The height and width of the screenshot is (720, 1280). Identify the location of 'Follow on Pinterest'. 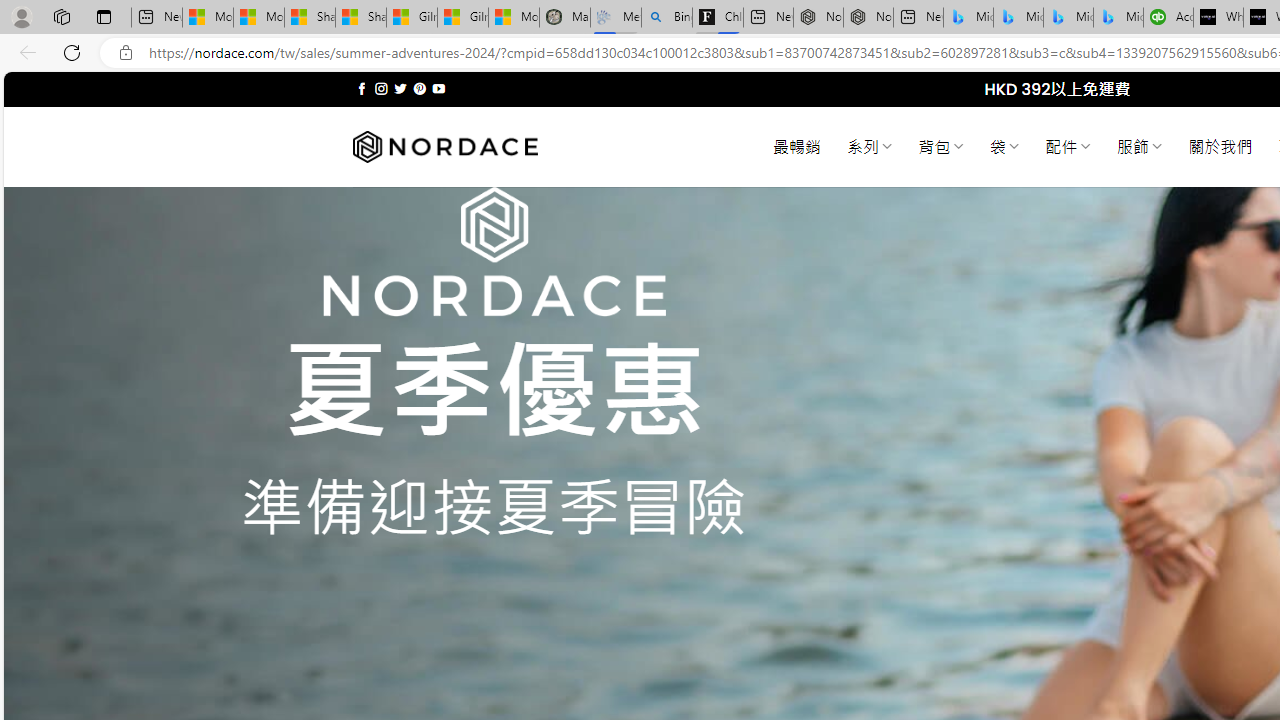
(418, 88).